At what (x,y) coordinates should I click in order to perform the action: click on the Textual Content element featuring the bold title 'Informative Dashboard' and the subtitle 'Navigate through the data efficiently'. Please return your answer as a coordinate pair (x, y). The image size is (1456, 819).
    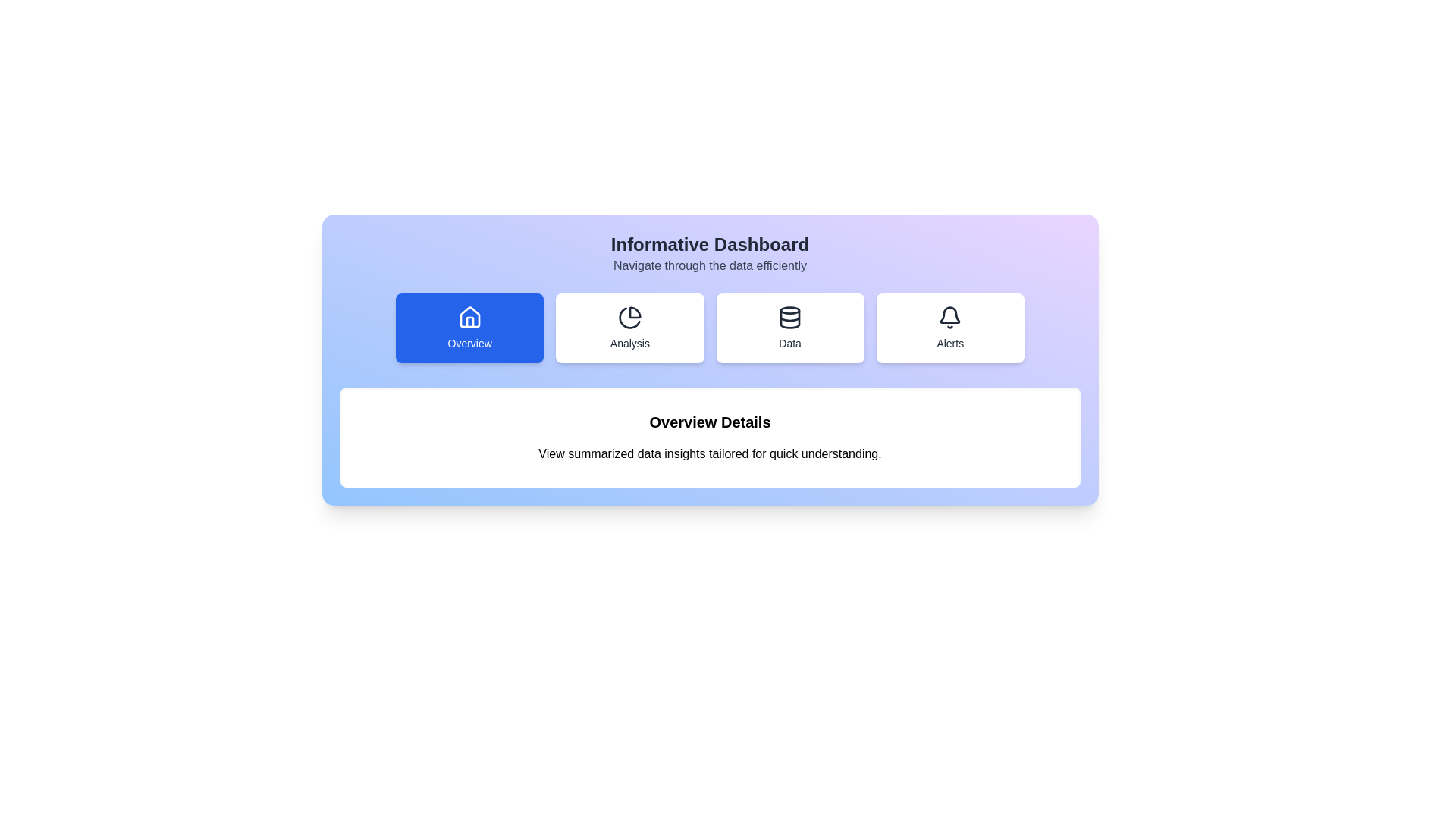
    Looking at the image, I should click on (709, 253).